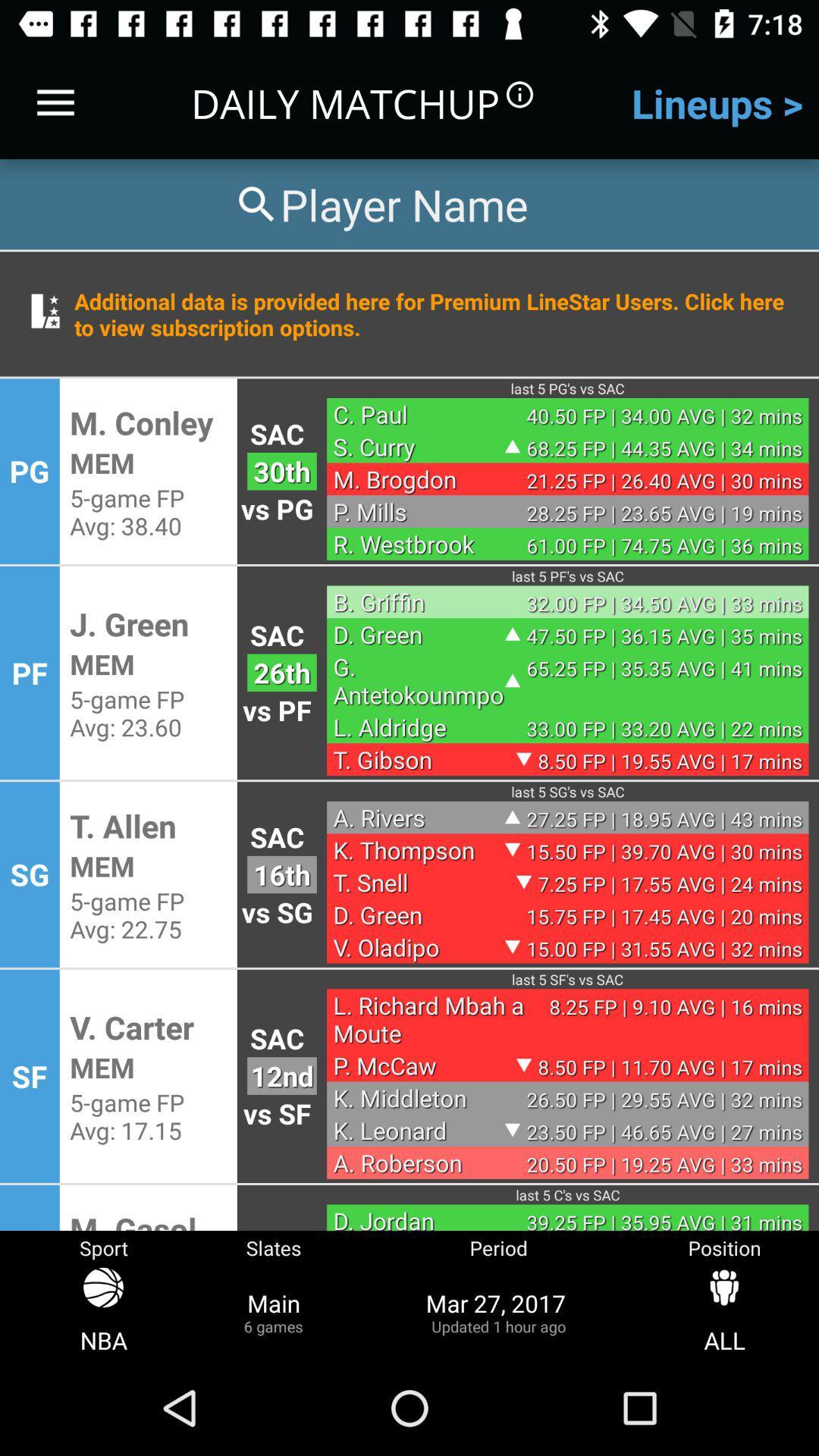 The width and height of the screenshot is (819, 1456). Describe the element at coordinates (379, 203) in the screenshot. I see `search` at that location.